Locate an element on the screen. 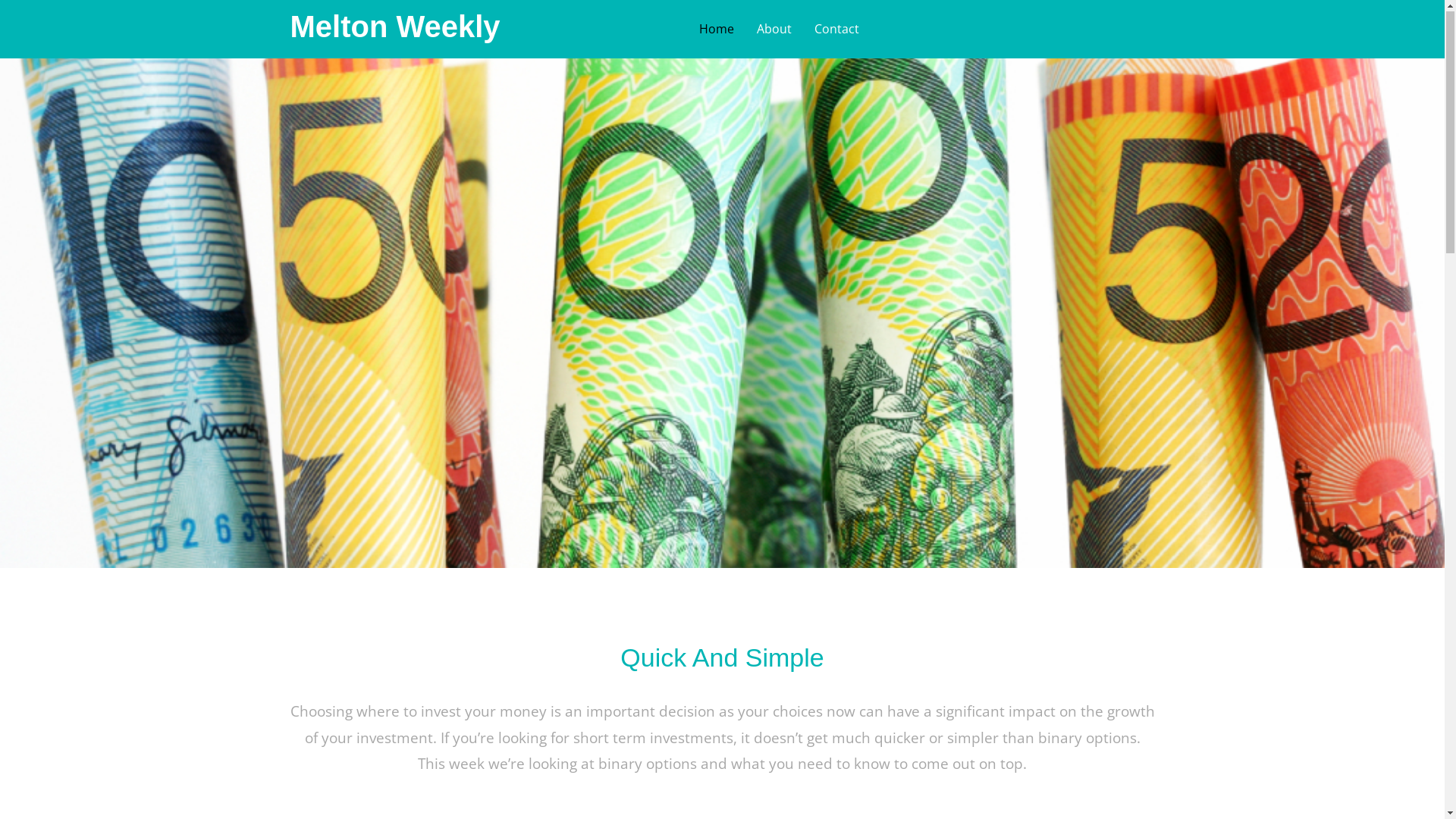  'Contact' is located at coordinates (836, 29).